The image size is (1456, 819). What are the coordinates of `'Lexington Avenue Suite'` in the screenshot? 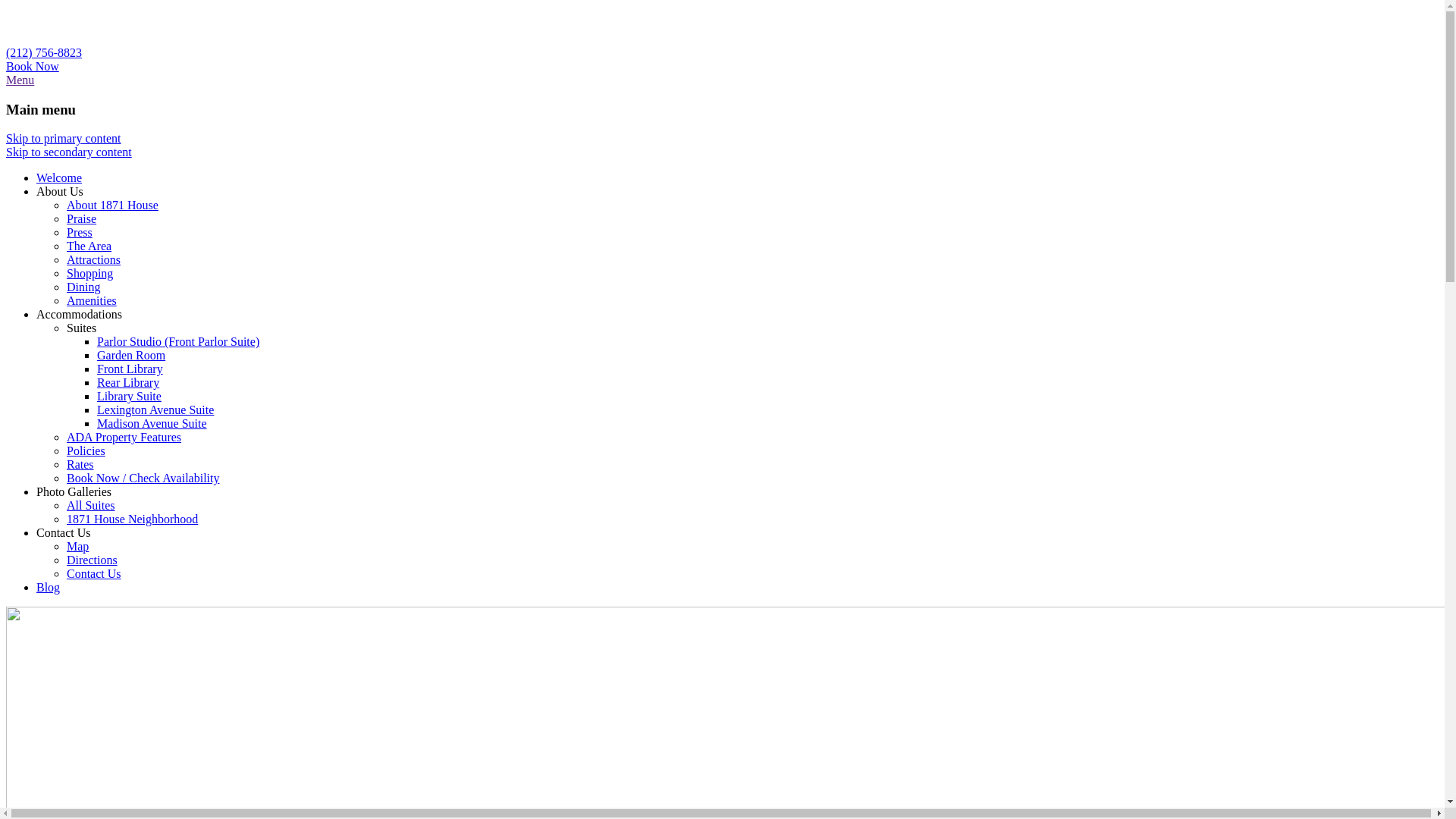 It's located at (155, 409).